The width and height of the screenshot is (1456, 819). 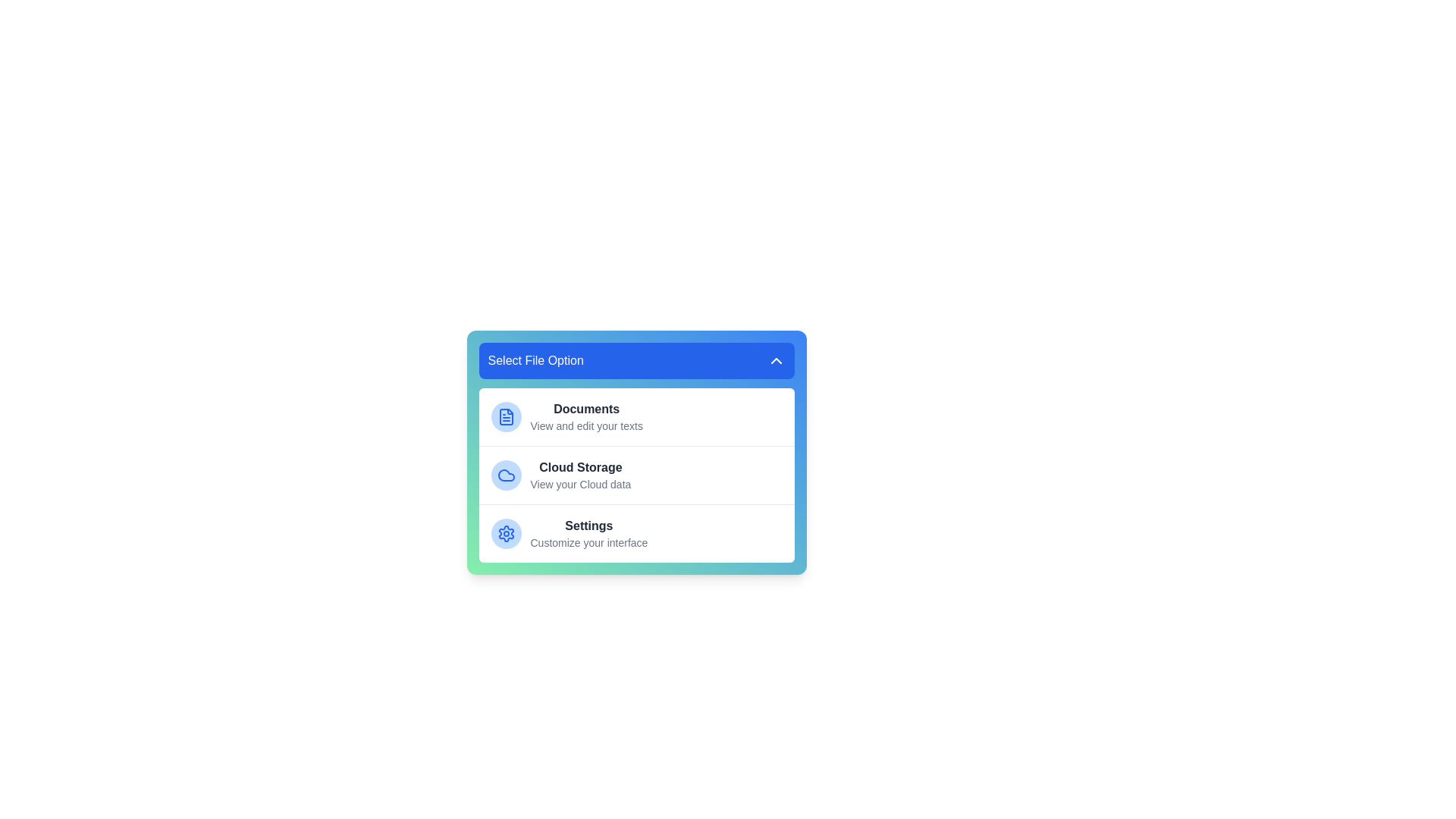 What do you see at coordinates (506, 417) in the screenshot?
I see `the document file icon, which is rectangular with a folded corner and located in the top left of the dropdown panel, above the 'Cloud Storage' and 'Settings' options` at bounding box center [506, 417].